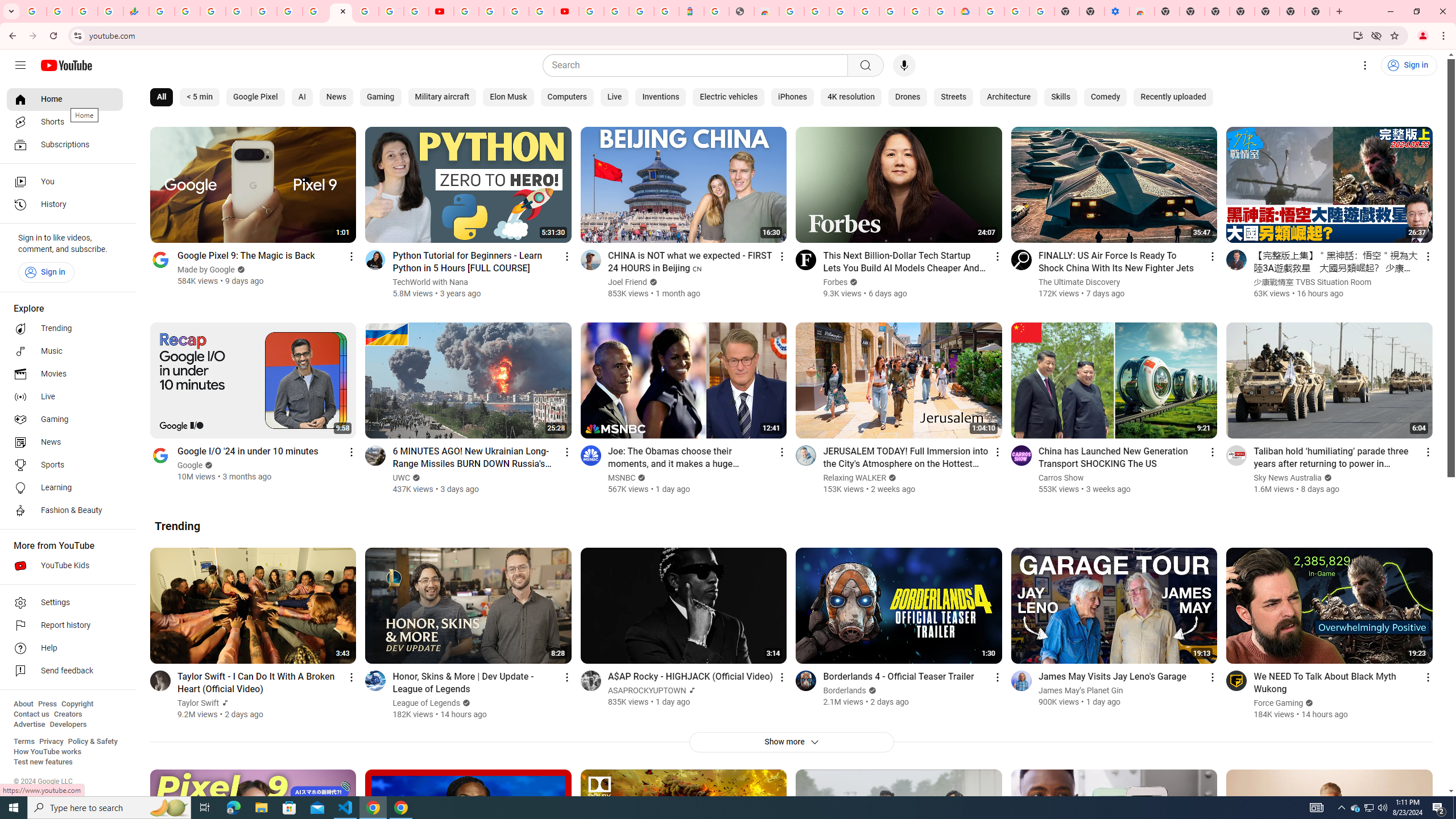  Describe the element at coordinates (907, 97) in the screenshot. I see `'Drones'` at that location.